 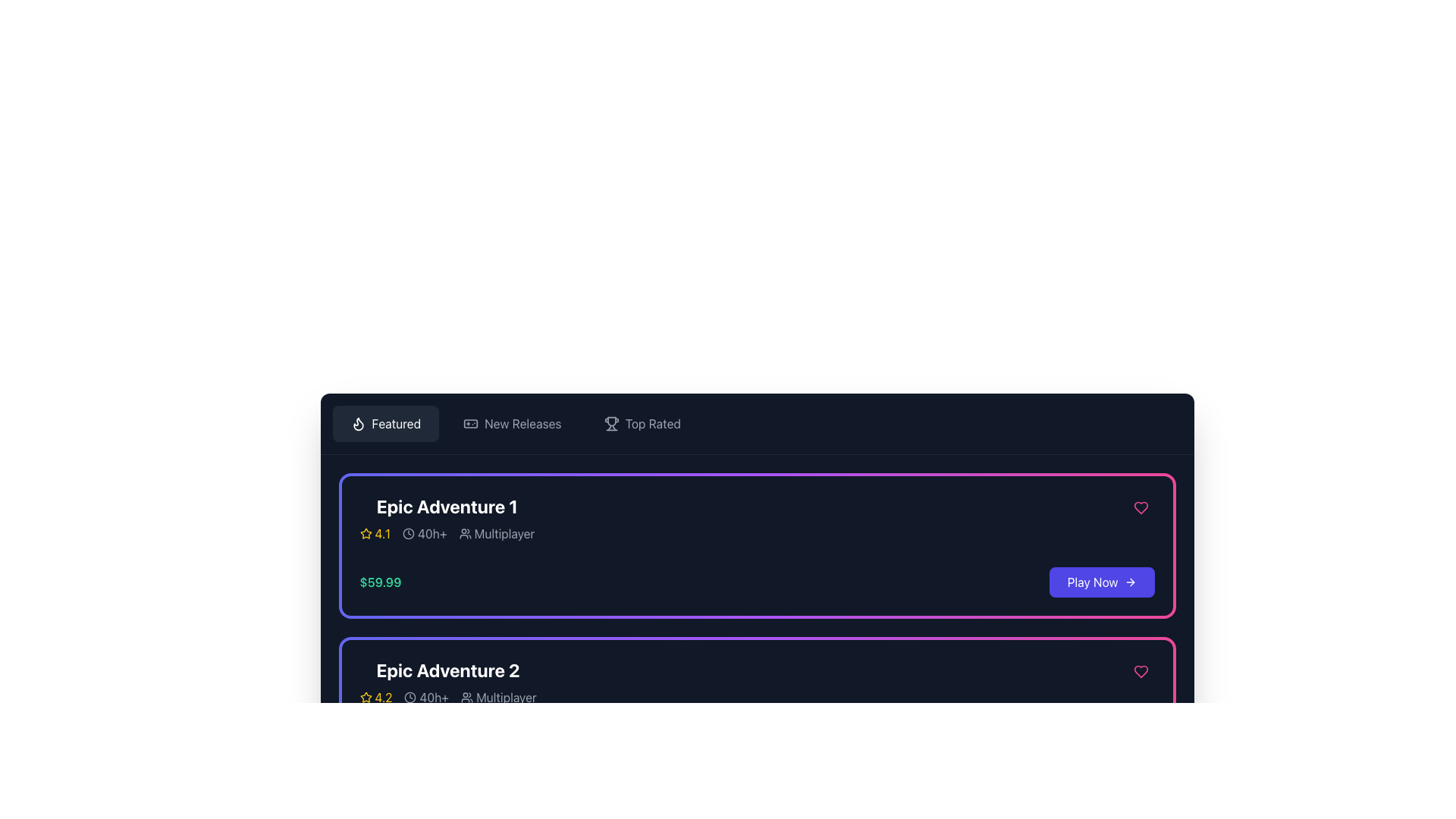 What do you see at coordinates (366, 698) in the screenshot?
I see `the yellow star icon representing the rating for 'Epic Adventure 2'` at bounding box center [366, 698].